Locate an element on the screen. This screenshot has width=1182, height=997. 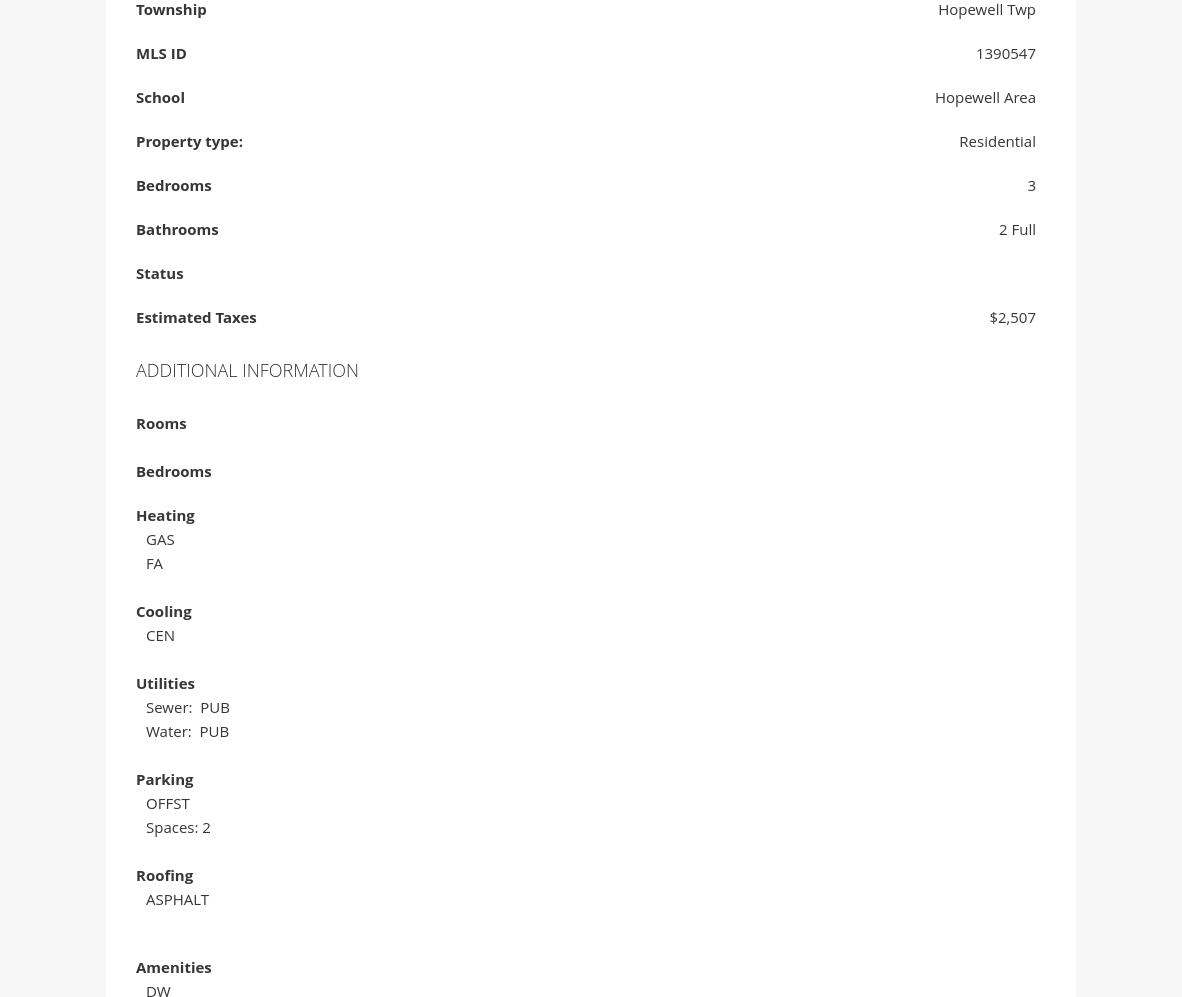
'Amenities' is located at coordinates (173, 968).